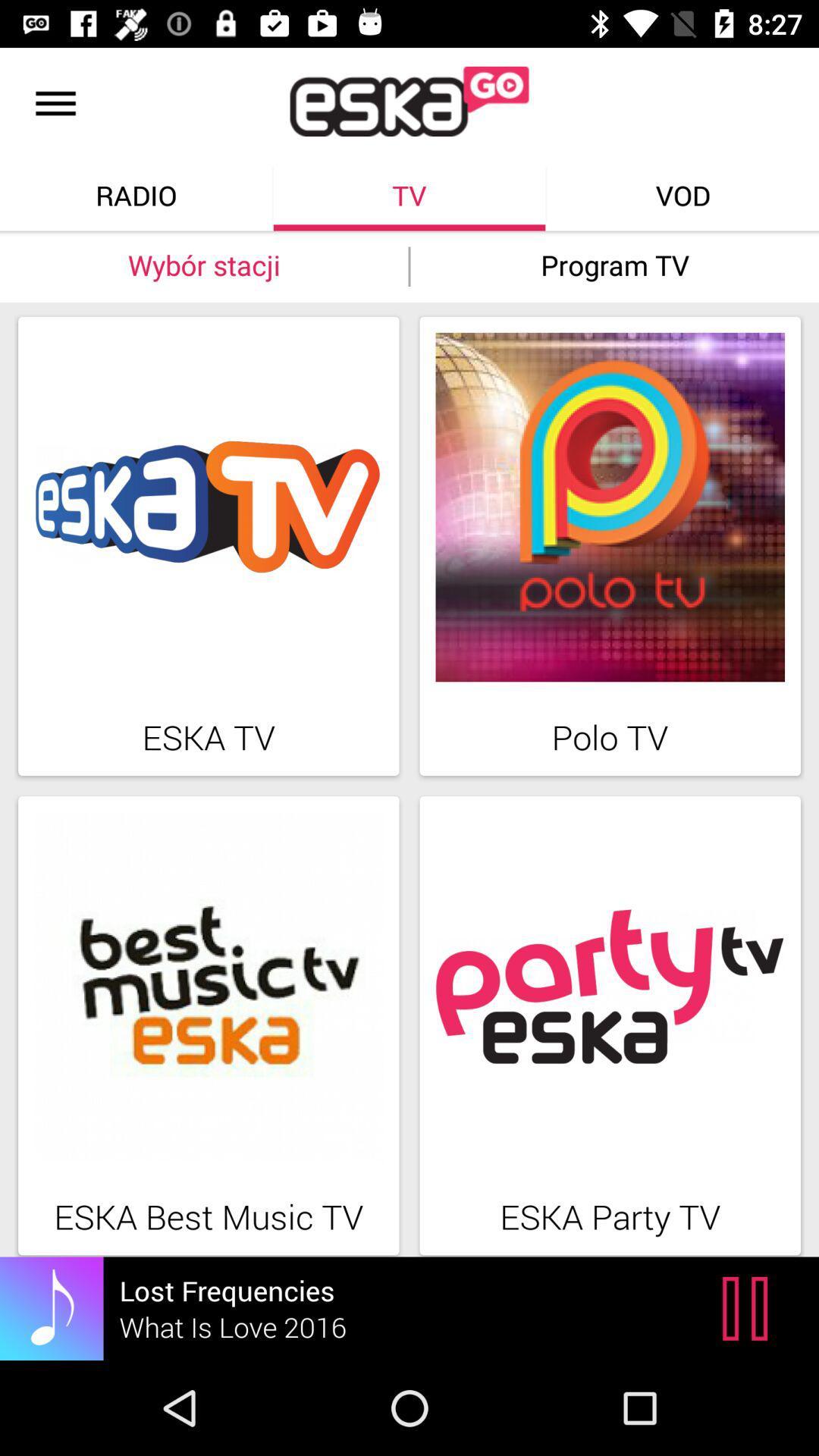  What do you see at coordinates (748, 1307) in the screenshot?
I see `the pause icon` at bounding box center [748, 1307].